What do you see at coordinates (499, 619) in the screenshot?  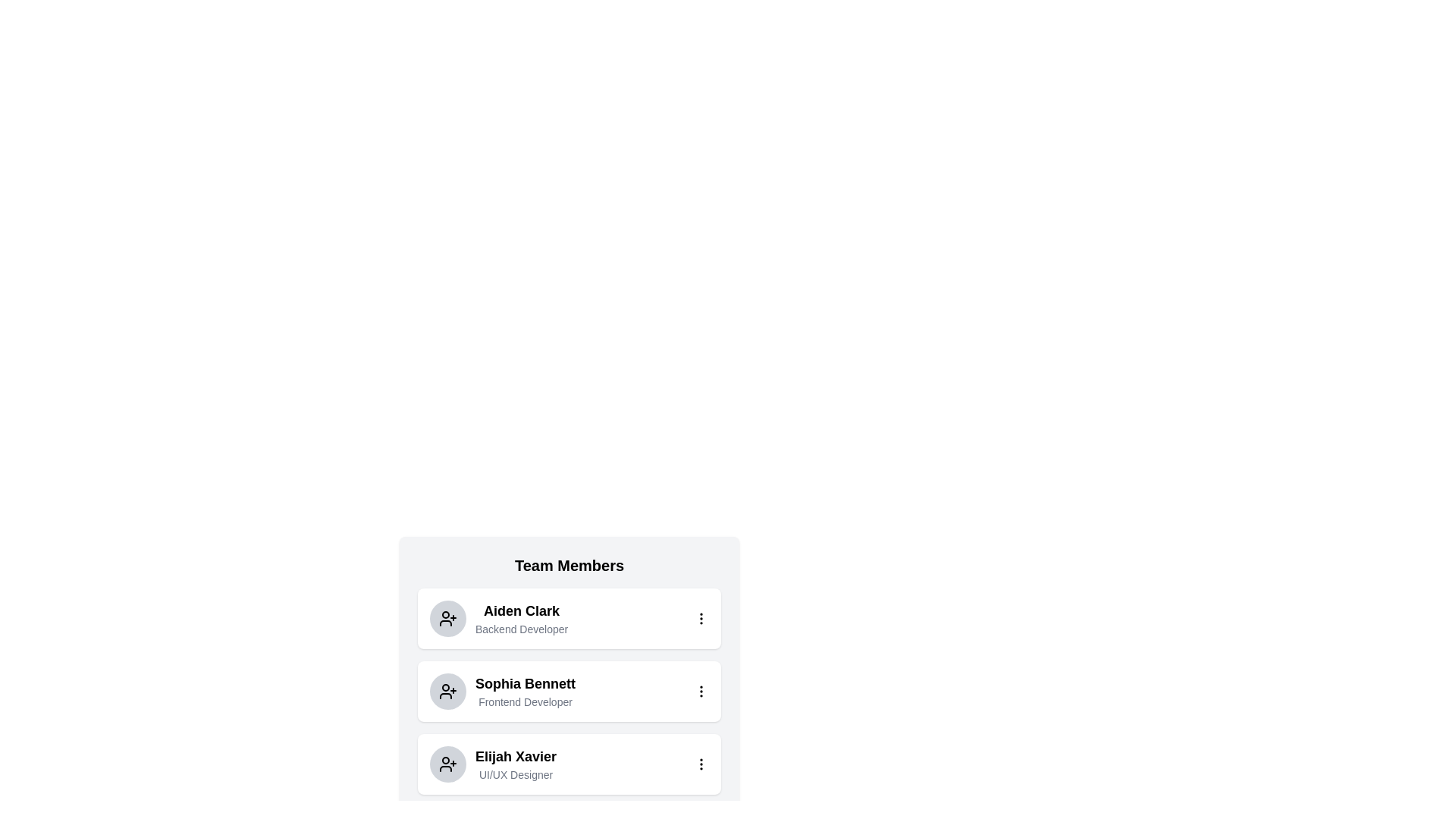 I see `the User Profile Block, which is the first entry in a vertical list of user profiles` at bounding box center [499, 619].